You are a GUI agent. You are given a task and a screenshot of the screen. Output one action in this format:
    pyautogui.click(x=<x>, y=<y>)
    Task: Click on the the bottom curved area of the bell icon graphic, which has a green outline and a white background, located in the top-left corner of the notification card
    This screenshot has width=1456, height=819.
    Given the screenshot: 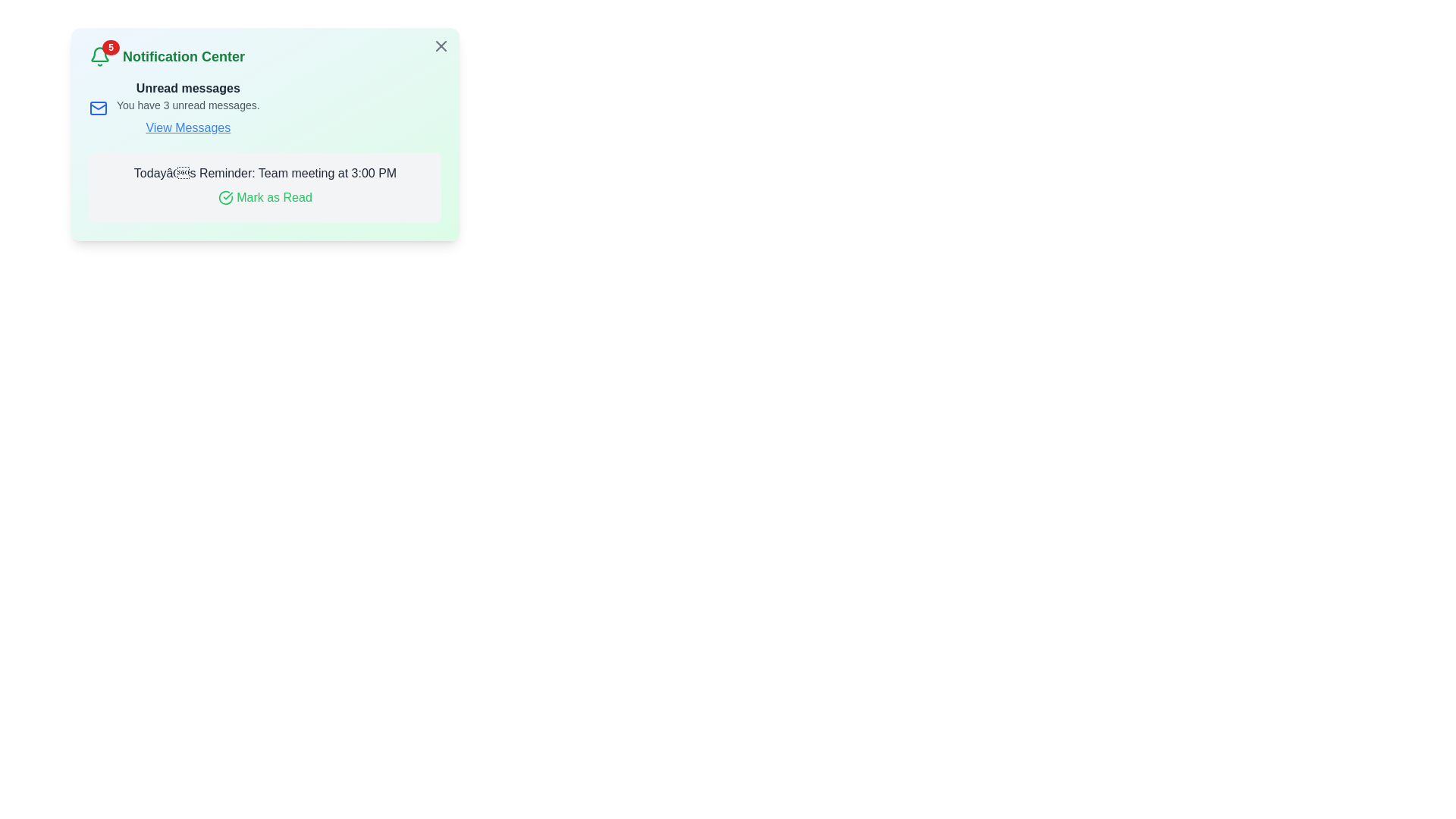 What is the action you would take?
    pyautogui.click(x=99, y=54)
    